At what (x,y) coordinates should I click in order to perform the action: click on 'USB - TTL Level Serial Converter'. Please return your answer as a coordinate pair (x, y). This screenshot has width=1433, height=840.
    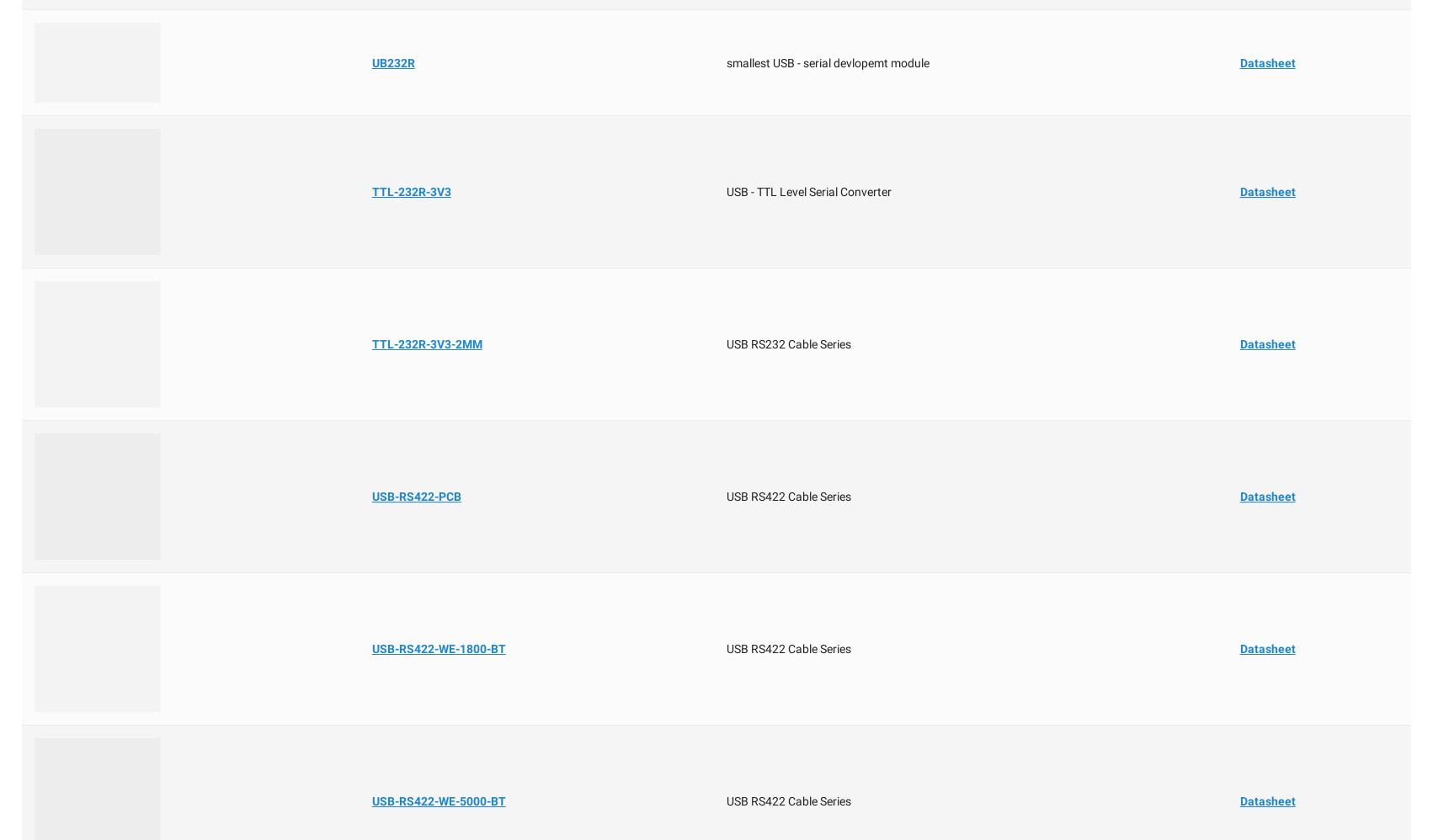
    Looking at the image, I should click on (807, 192).